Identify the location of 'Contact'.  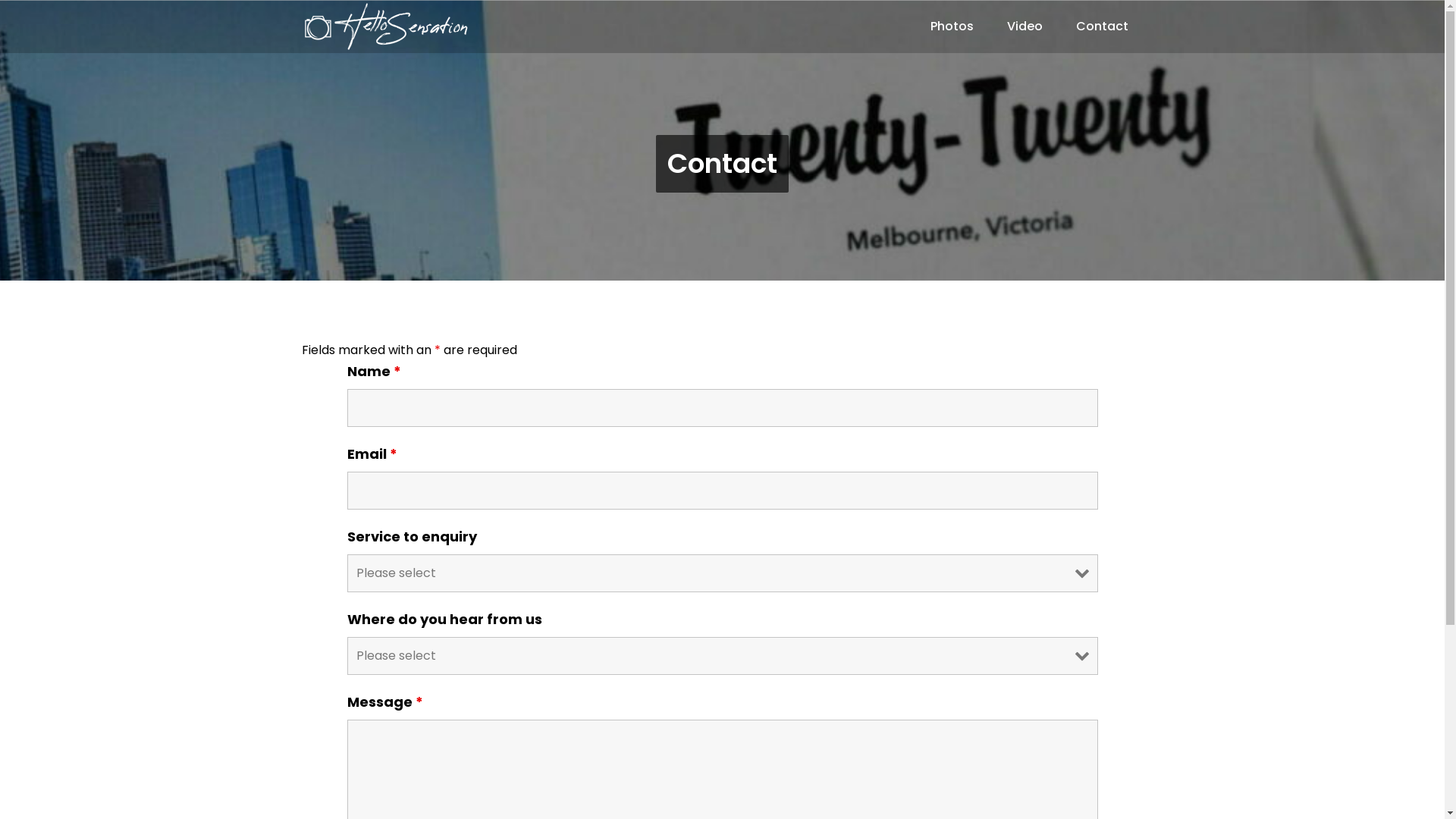
(1101, 26).